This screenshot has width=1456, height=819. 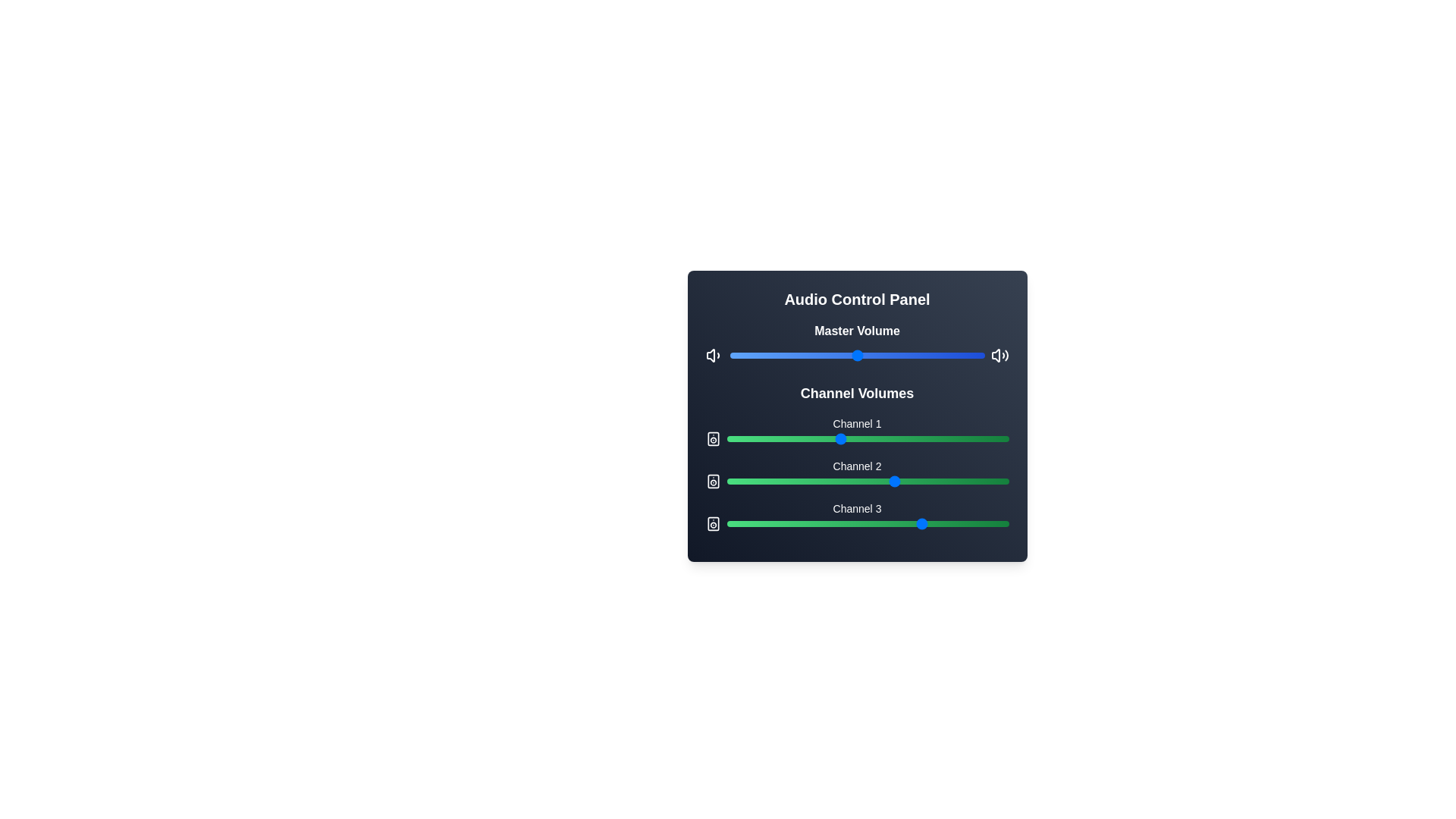 I want to click on labels of the interactive volume sliders for 'Channel 1', 'Channel 2', and 'Channel 3' located in the Audio Control Panel, which is positioned beneath the Master Volume control, so click(x=857, y=456).